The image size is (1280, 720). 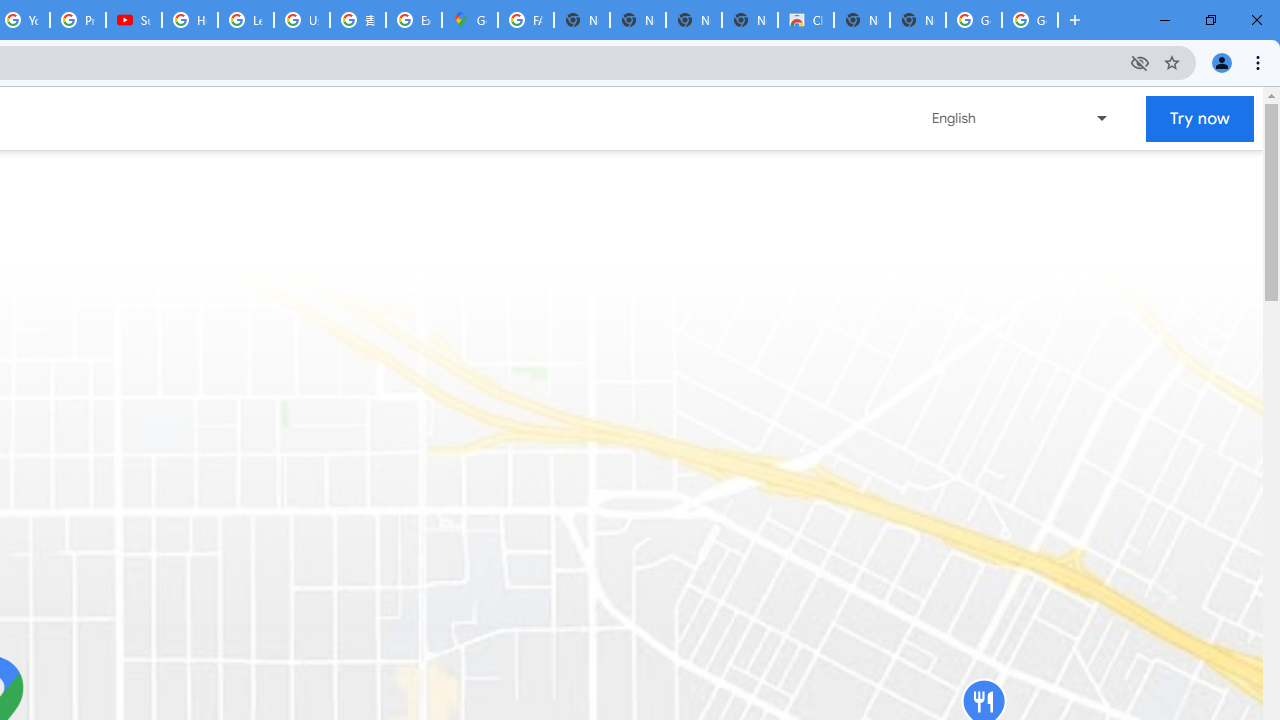 What do you see at coordinates (1220, 61) in the screenshot?
I see `'You'` at bounding box center [1220, 61].